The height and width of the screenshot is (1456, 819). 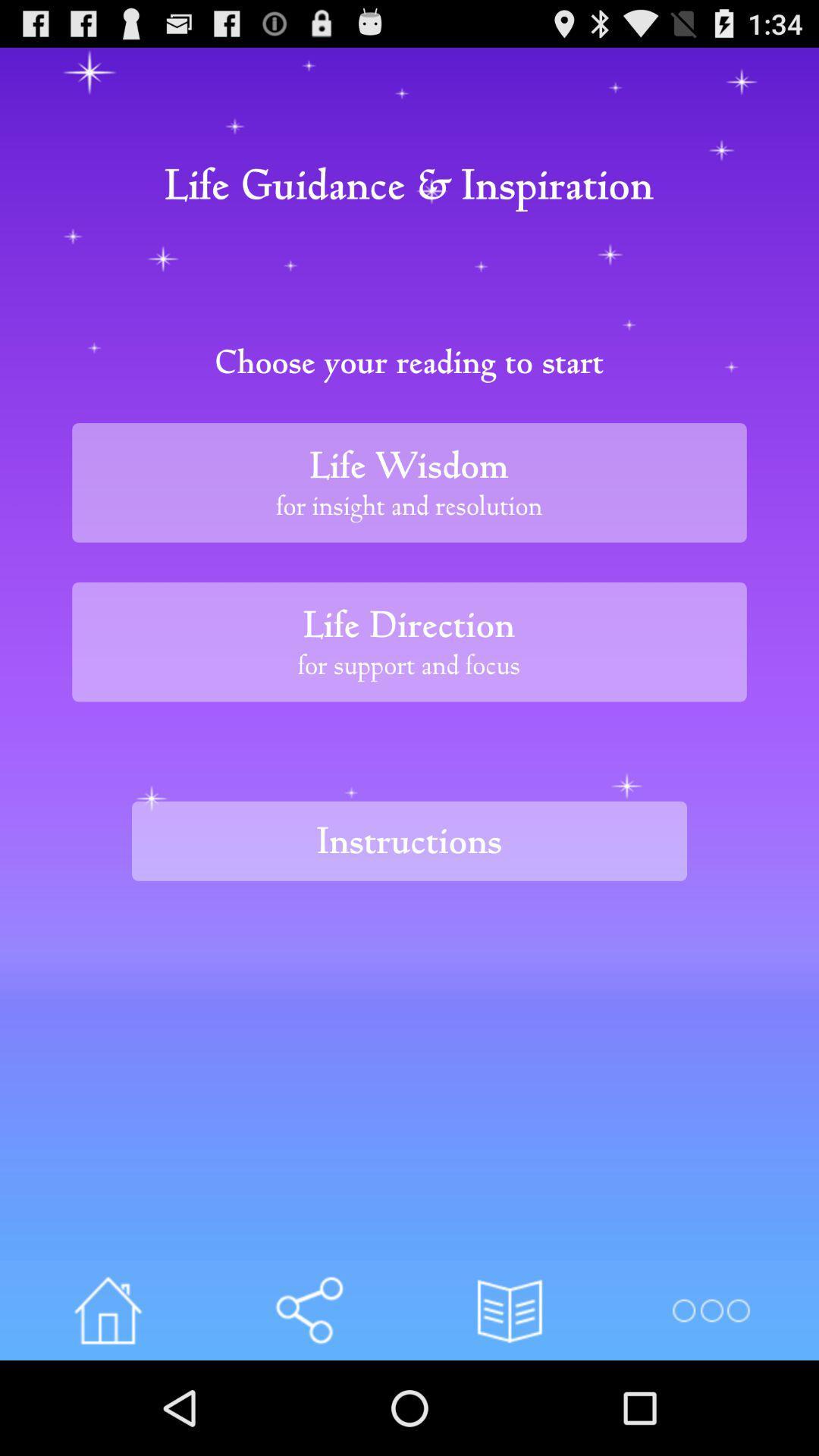 What do you see at coordinates (510, 1310) in the screenshot?
I see `open readings` at bounding box center [510, 1310].